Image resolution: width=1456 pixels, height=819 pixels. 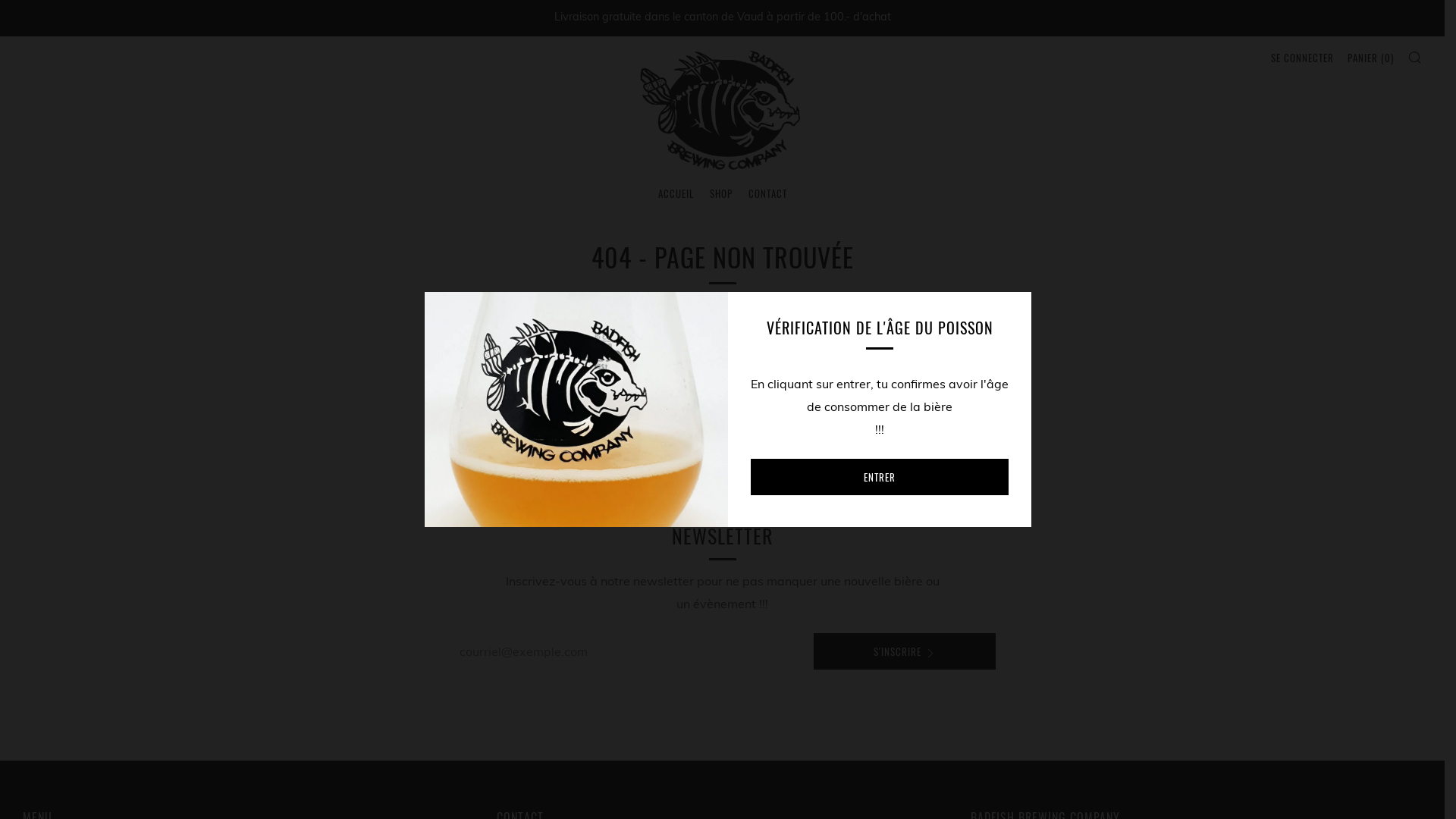 What do you see at coordinates (720, 192) in the screenshot?
I see `'SHOP'` at bounding box center [720, 192].